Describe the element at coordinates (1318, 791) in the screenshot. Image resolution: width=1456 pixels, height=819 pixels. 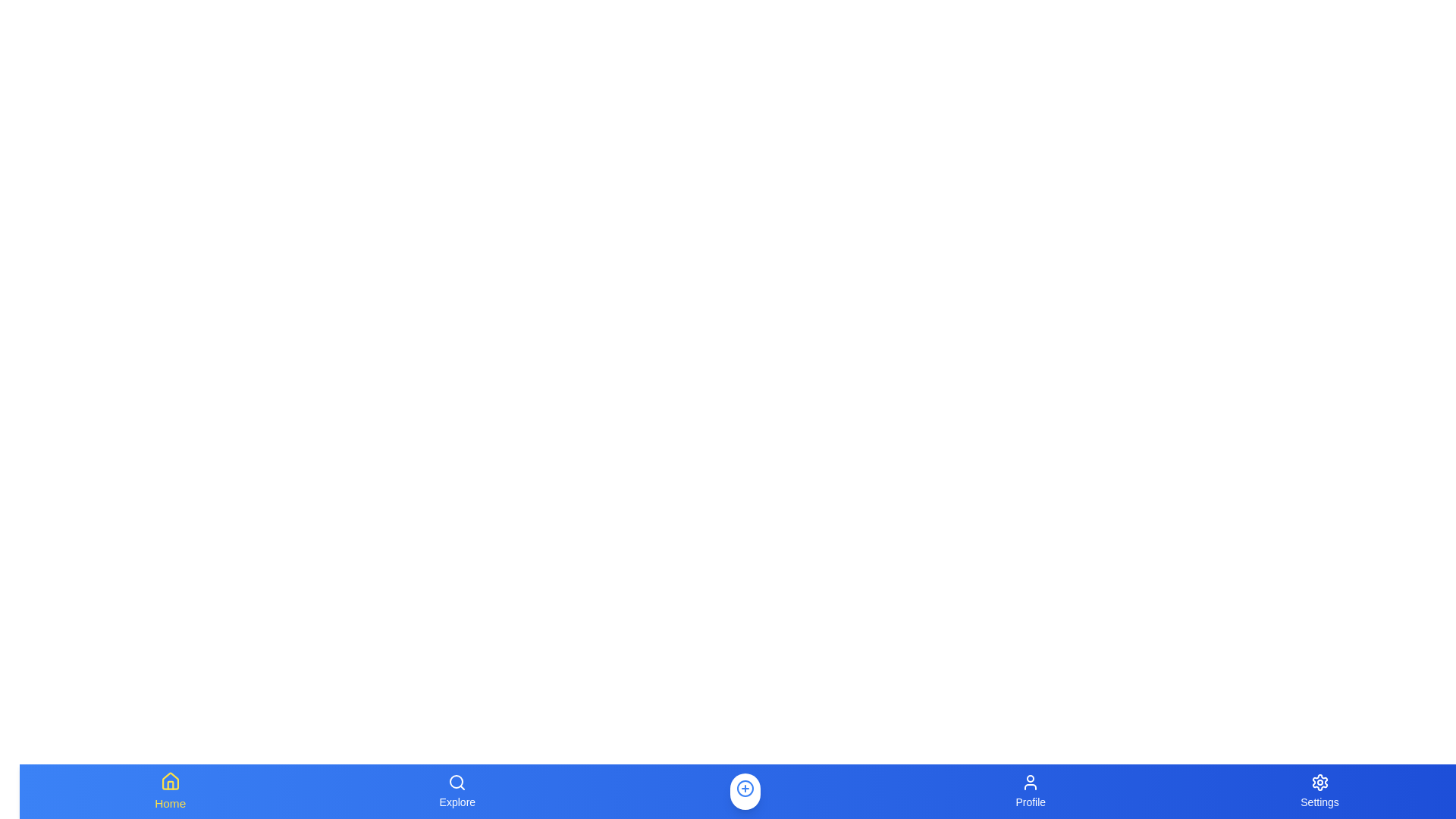
I see `the Settings button in the navigation bar to navigate to the corresponding section` at that location.